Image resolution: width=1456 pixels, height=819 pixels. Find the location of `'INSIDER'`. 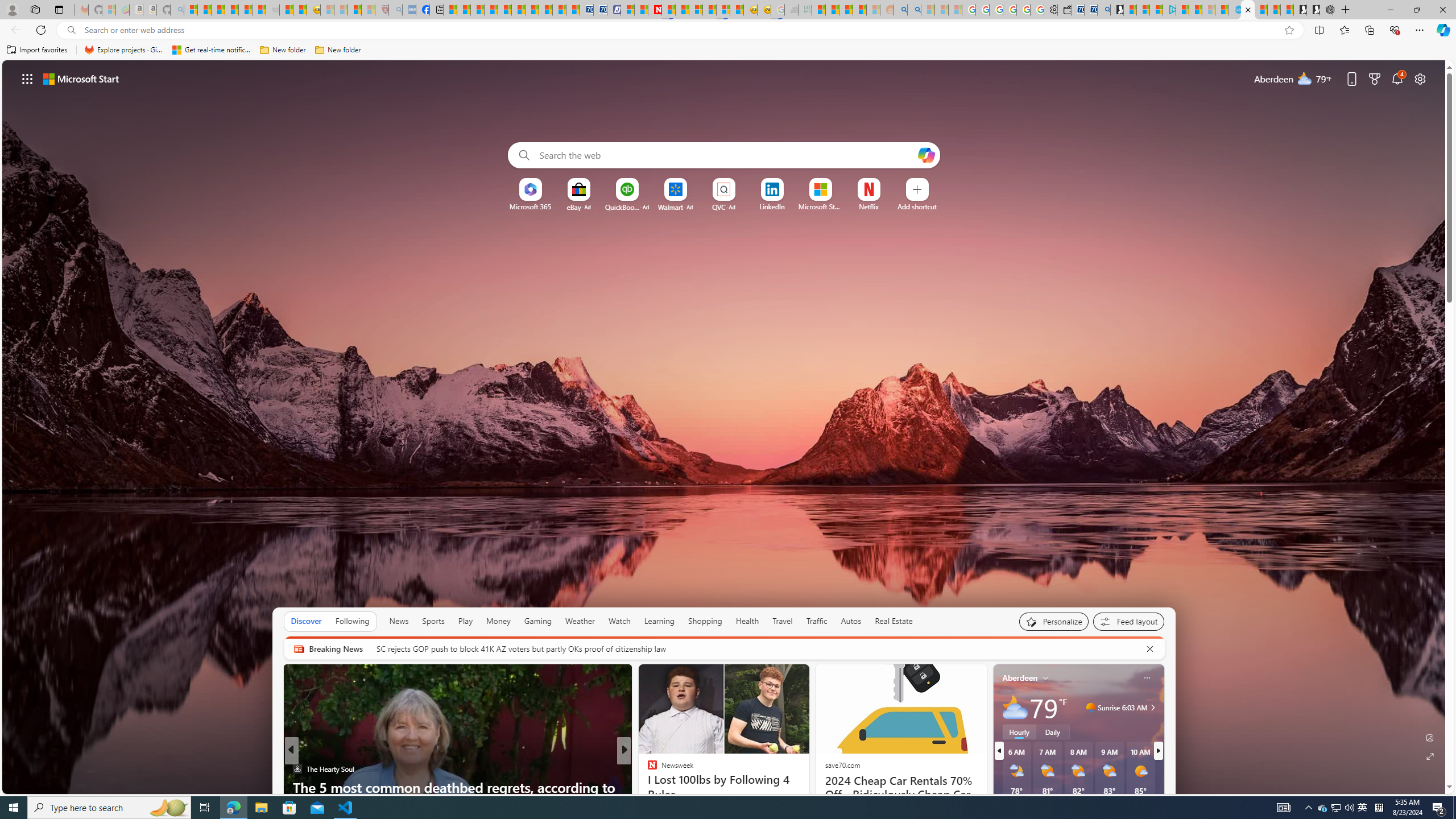

'INSIDER' is located at coordinates (647, 768).